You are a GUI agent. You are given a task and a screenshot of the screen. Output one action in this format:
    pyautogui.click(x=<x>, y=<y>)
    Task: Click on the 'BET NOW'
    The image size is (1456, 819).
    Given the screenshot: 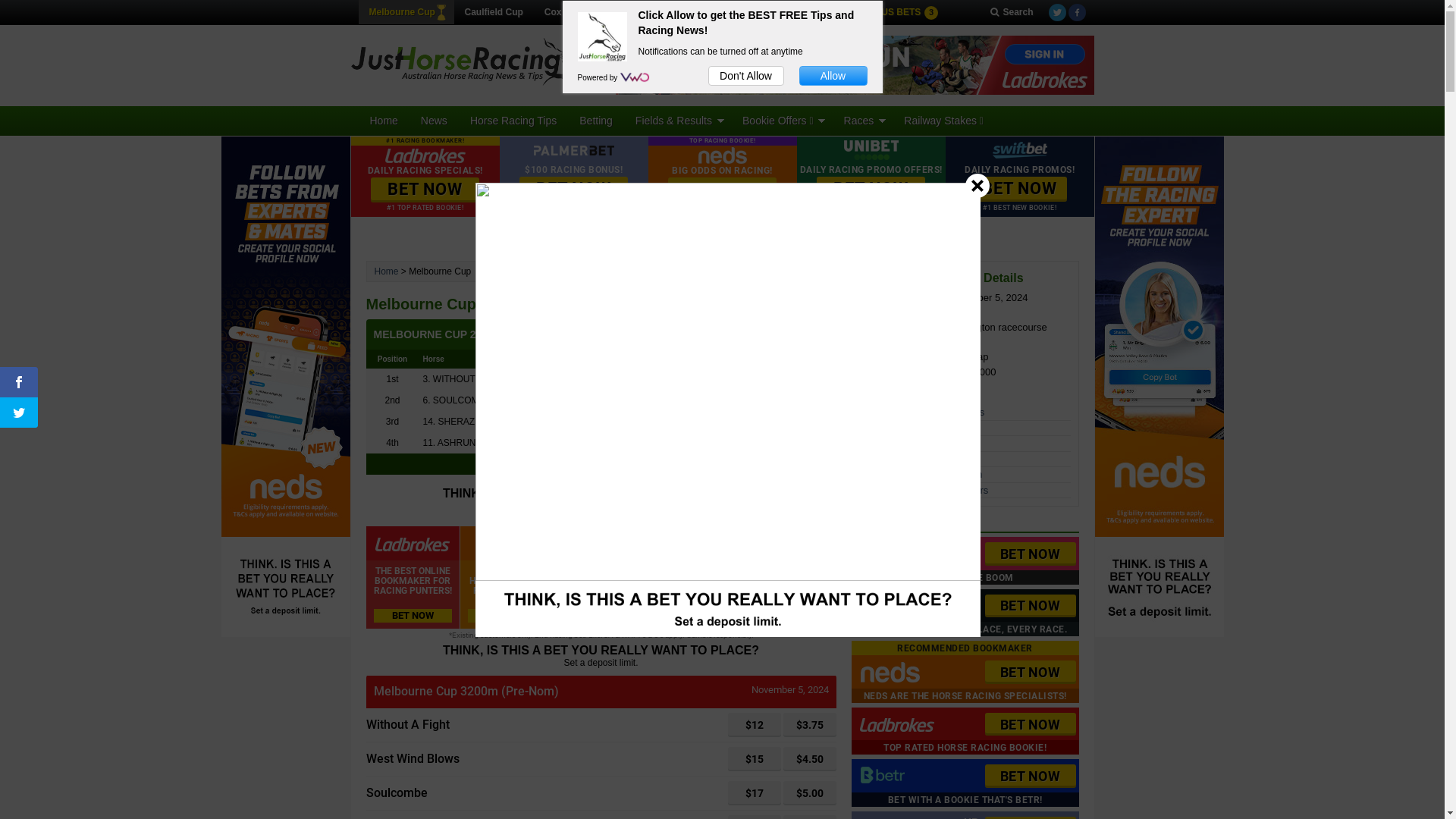 What is the action you would take?
    pyautogui.click(x=984, y=671)
    